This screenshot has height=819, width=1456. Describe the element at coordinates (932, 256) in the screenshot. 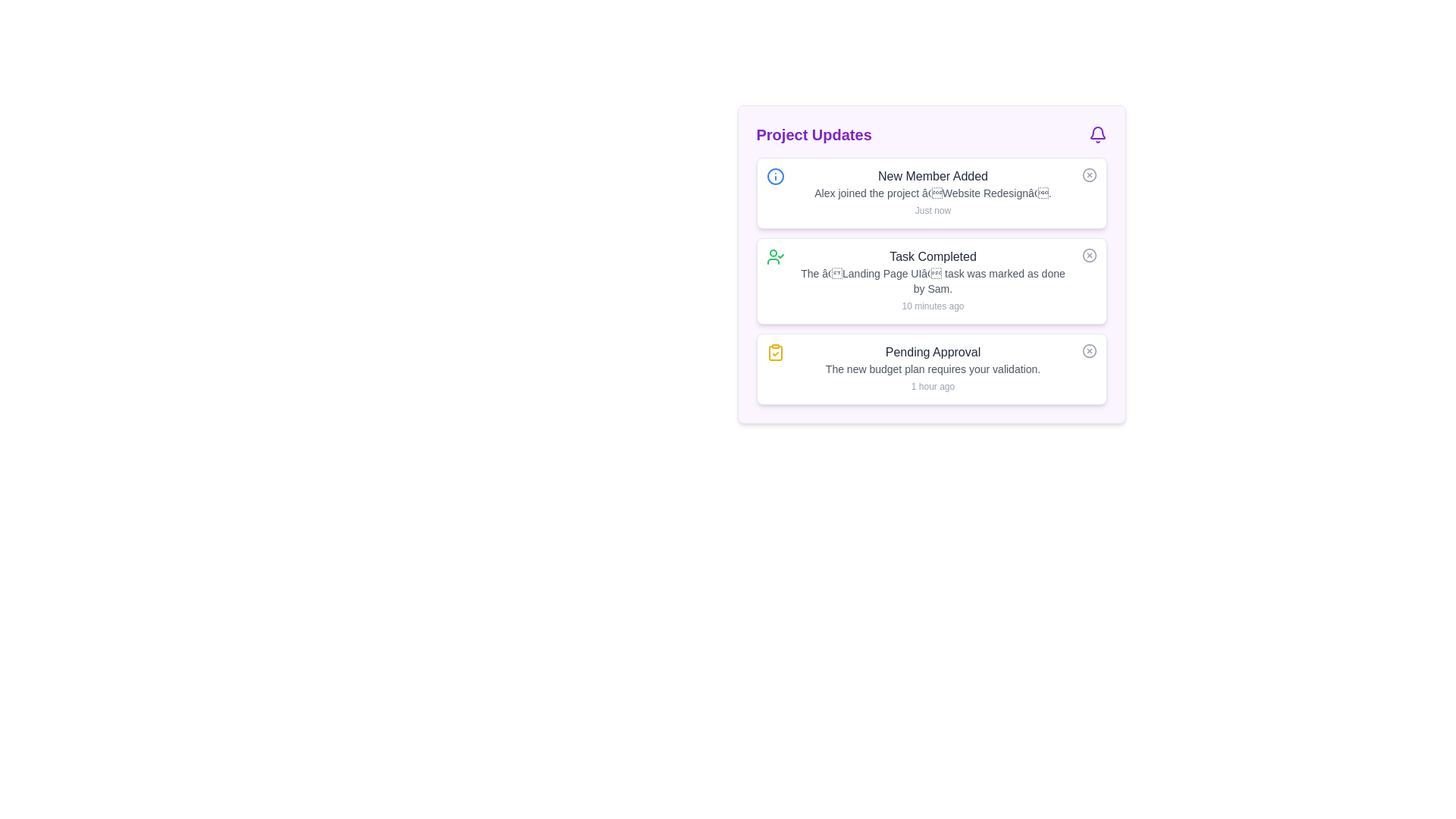

I see `the title label indicating the completion of a task within the second notification card of the 'Project Updates' panel` at that location.